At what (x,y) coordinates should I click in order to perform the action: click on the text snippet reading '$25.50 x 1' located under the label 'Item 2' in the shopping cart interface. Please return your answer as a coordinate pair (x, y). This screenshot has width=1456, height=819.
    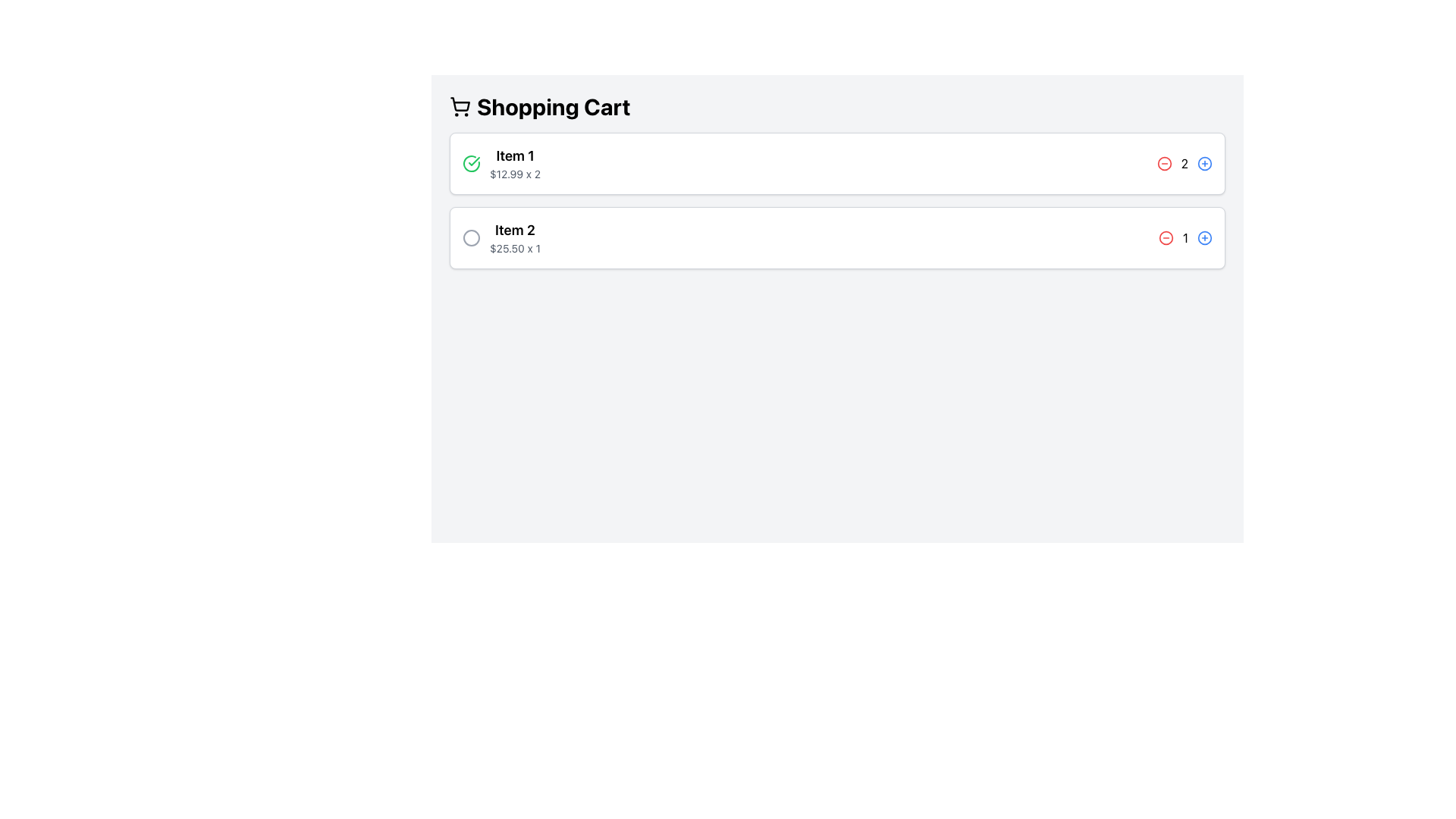
    Looking at the image, I should click on (515, 247).